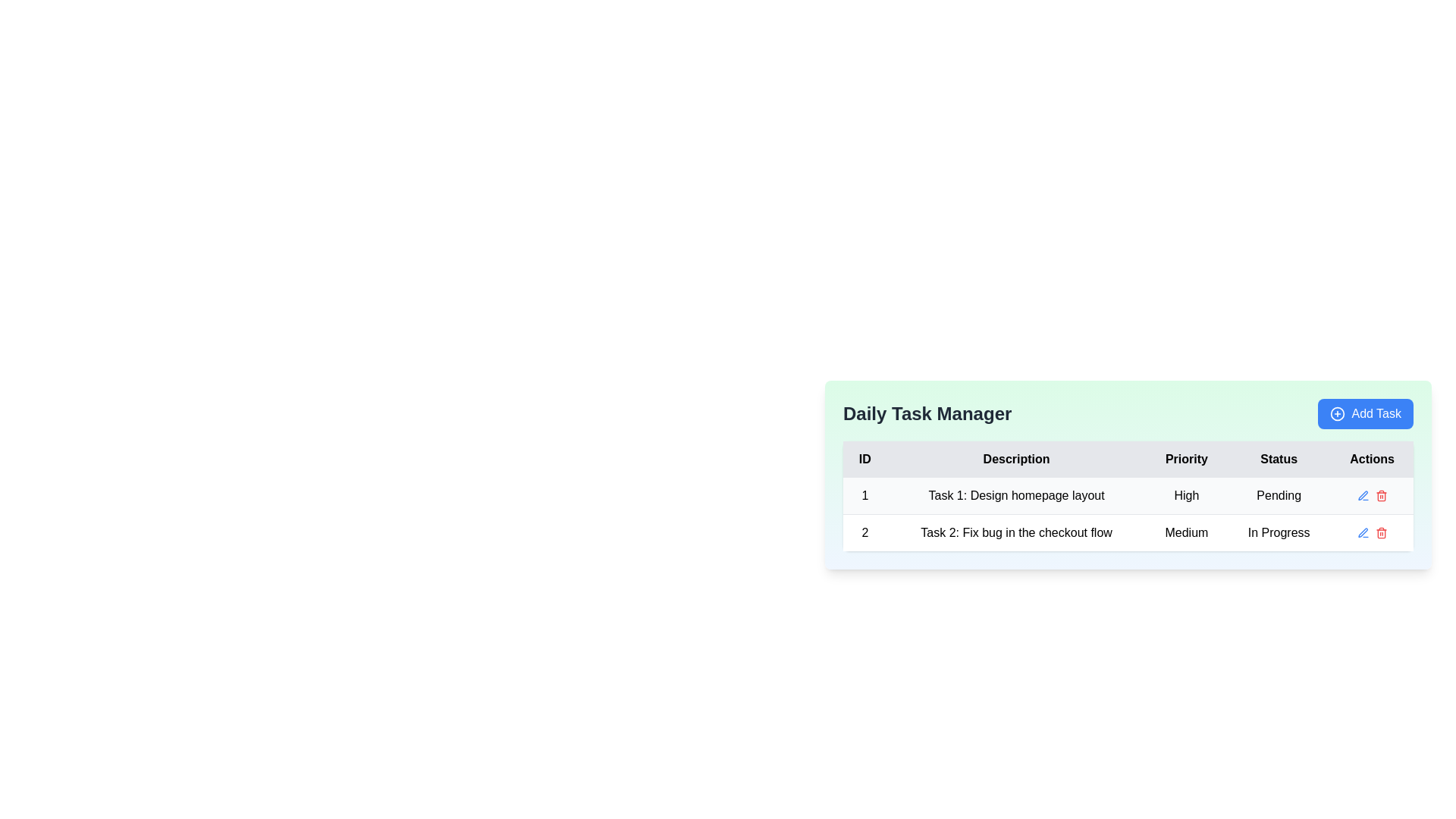  Describe the element at coordinates (1372, 532) in the screenshot. I see `the group of icons (Edit in blue and Delete in red) at the rightmost end of the row labeled 'Task 2: Fix bug in the checkout flow'` at that location.